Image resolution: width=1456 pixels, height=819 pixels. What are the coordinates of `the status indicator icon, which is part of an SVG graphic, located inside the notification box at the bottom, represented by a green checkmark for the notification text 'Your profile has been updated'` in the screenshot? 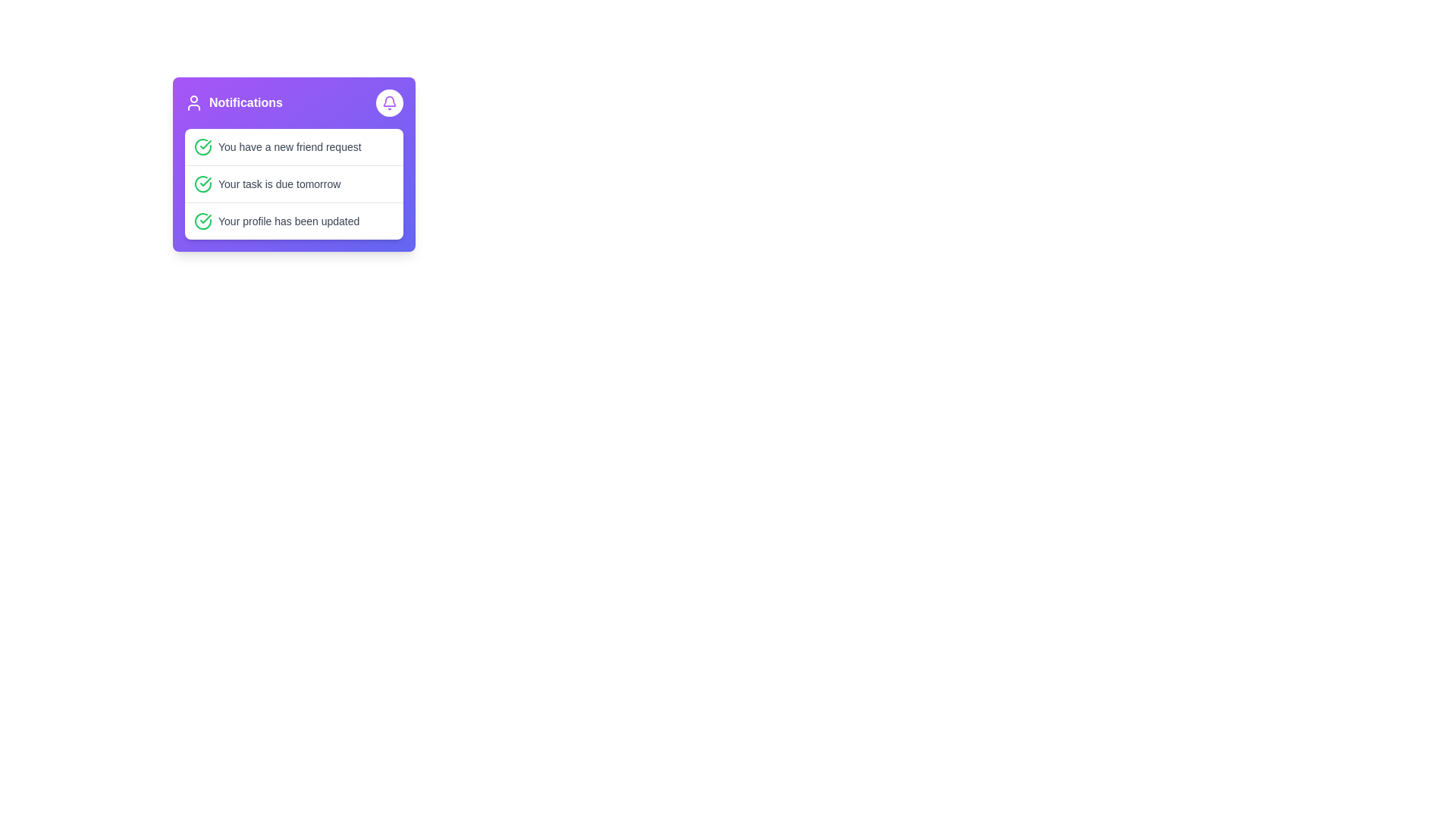 It's located at (202, 221).